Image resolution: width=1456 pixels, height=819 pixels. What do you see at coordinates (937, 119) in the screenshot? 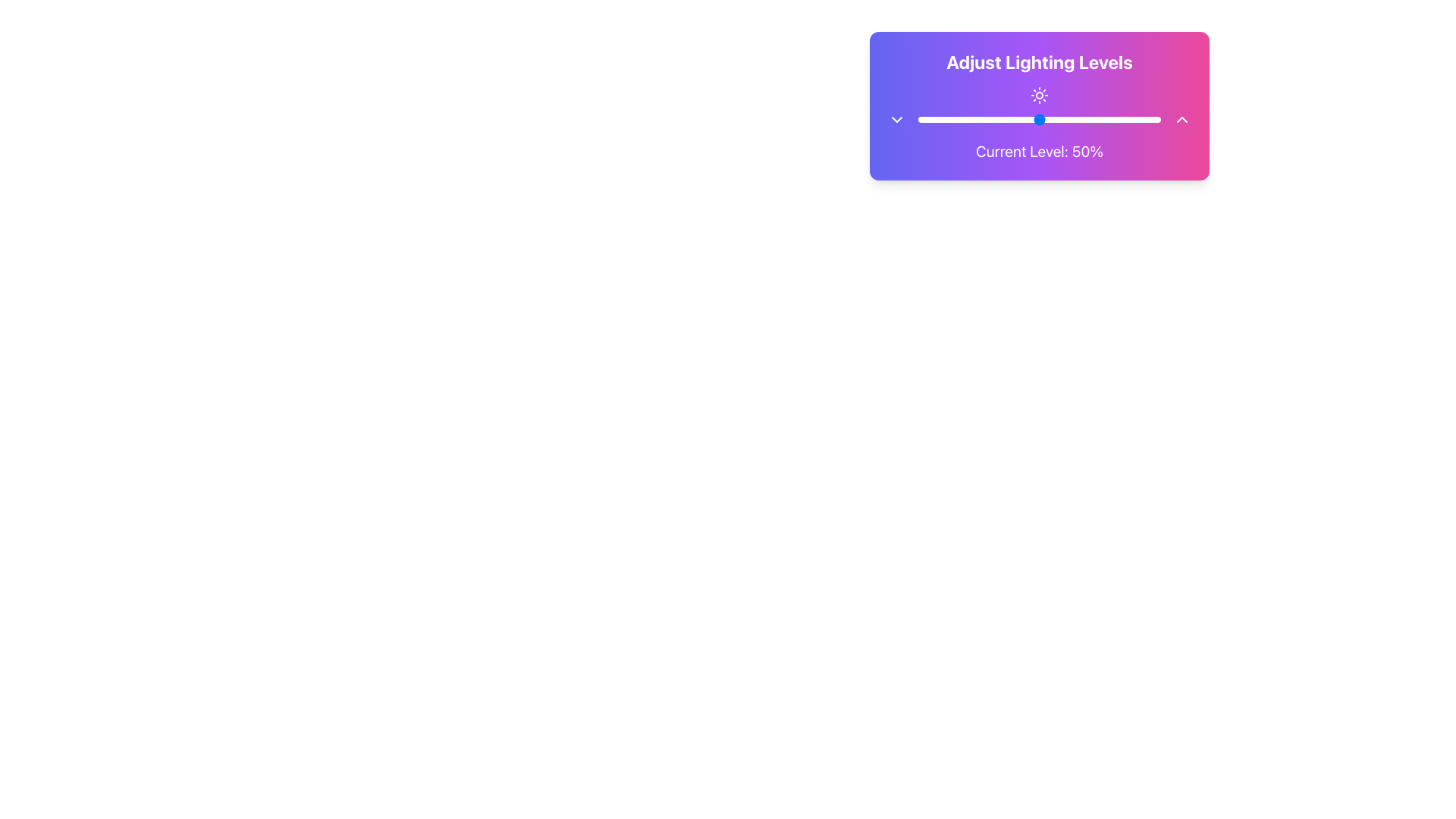
I see `the lighting level` at bounding box center [937, 119].